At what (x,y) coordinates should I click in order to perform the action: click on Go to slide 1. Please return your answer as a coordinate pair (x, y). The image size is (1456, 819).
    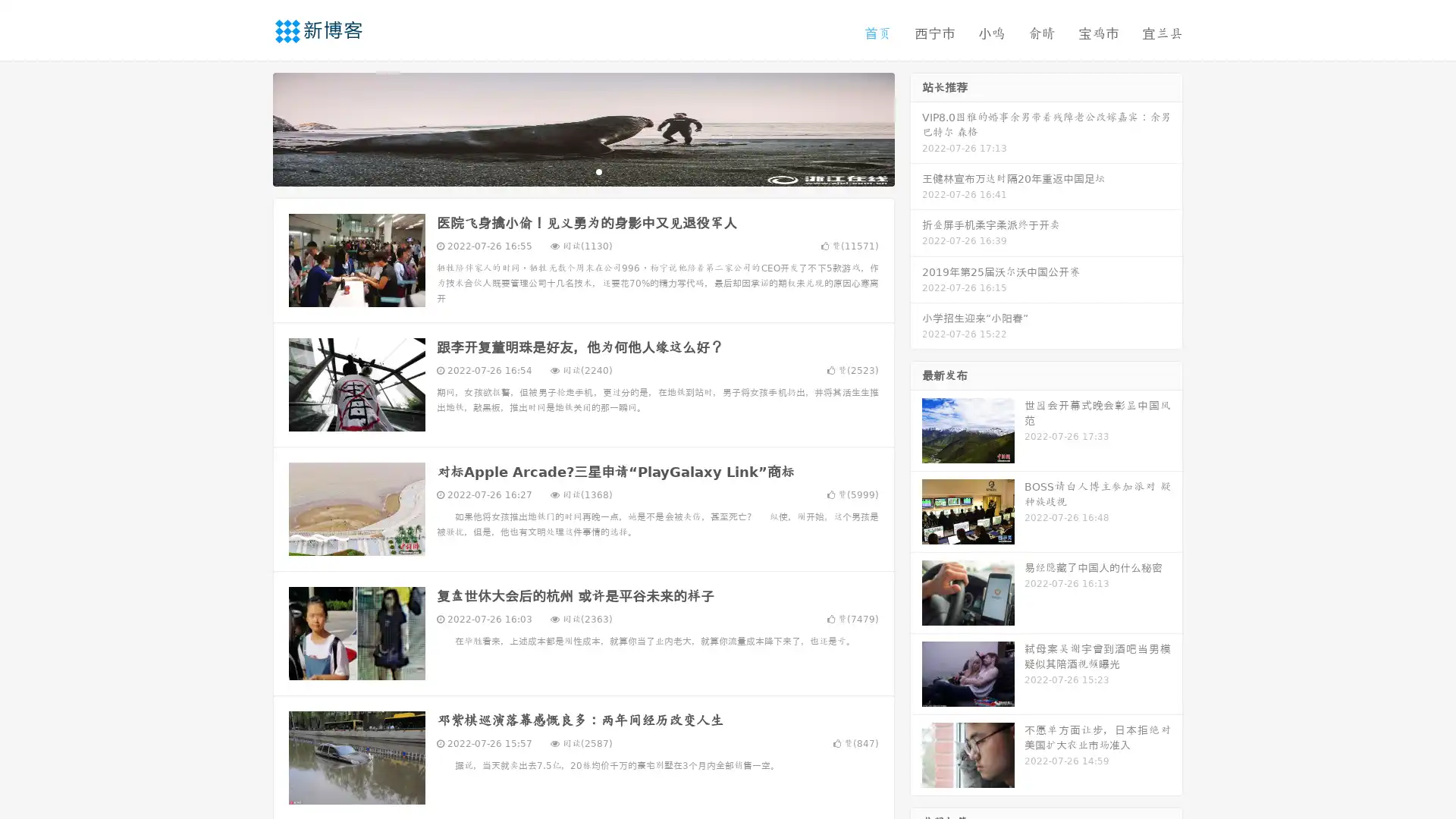
    Looking at the image, I should click on (567, 171).